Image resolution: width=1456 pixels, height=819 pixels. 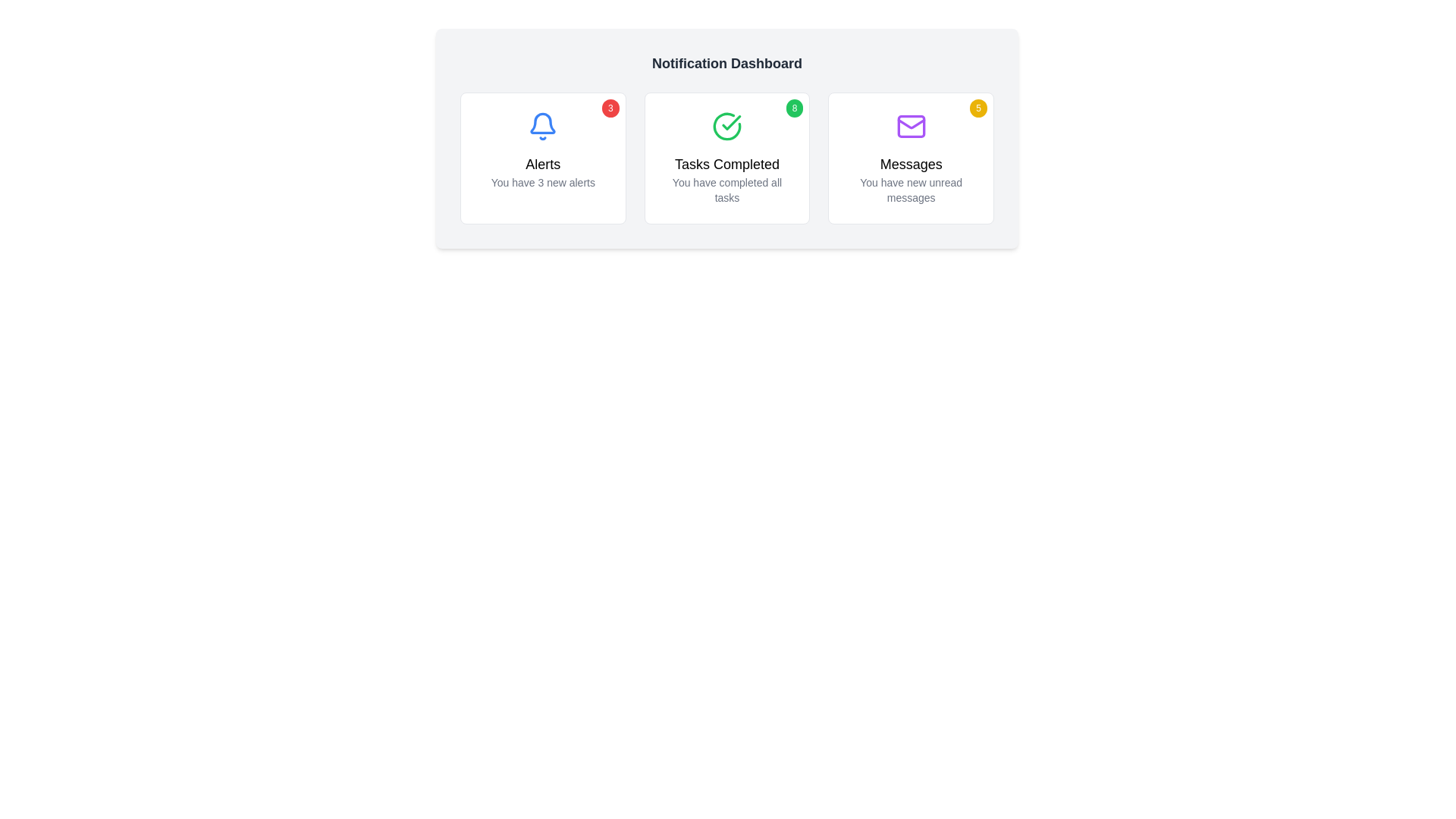 I want to click on the checkmark icon within the green circular border, located on the second card under the 'Tasks Completed' section, so click(x=731, y=122).